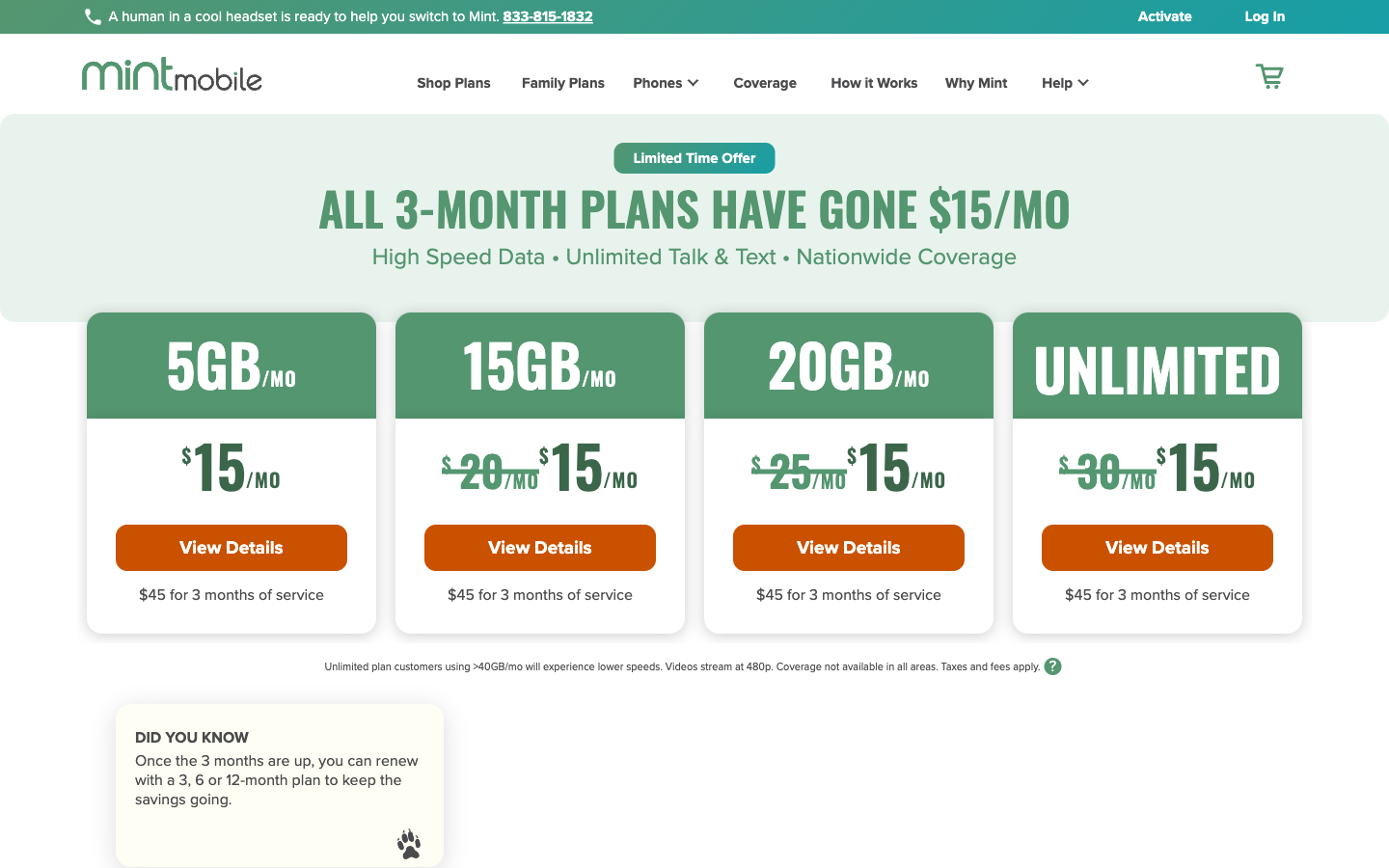 The width and height of the screenshot is (1389, 868). Describe the element at coordinates (847, 547) in the screenshot. I see `additional details about the 20GB Plan` at that location.